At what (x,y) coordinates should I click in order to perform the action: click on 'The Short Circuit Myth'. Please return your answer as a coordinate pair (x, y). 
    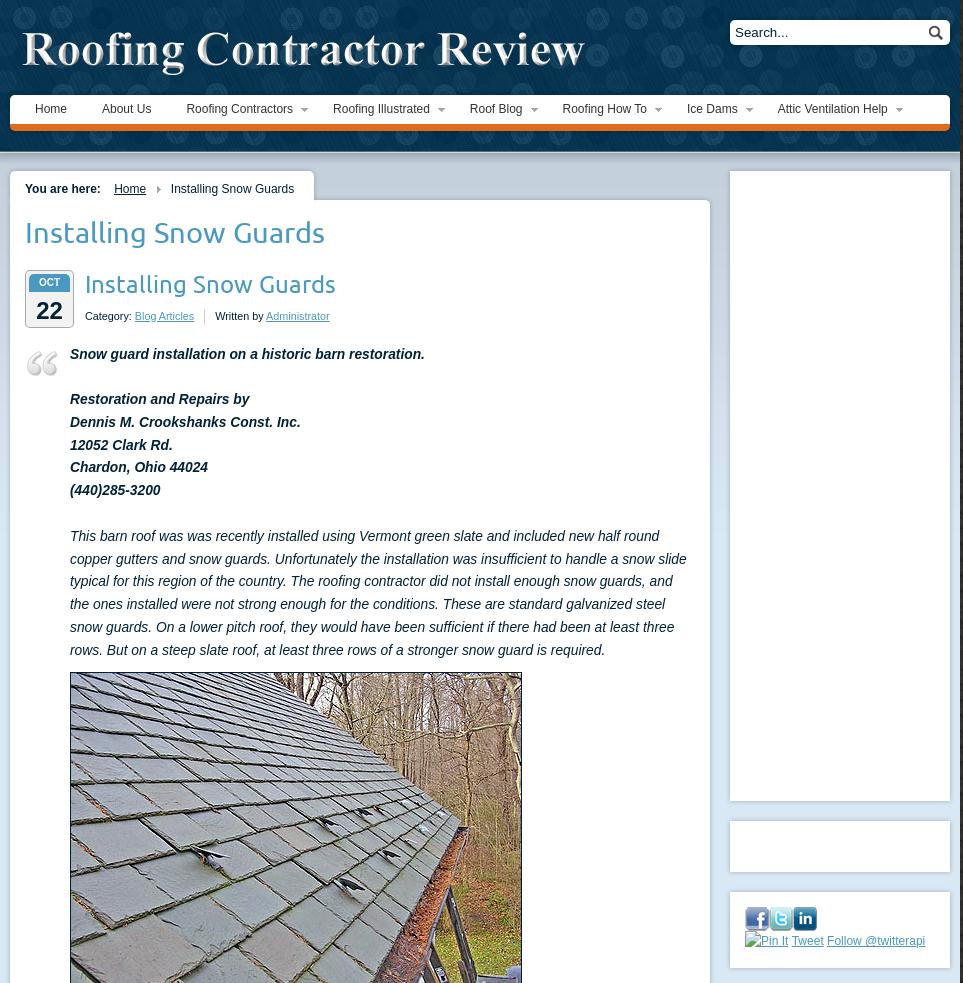
    Looking at the image, I should click on (837, 290).